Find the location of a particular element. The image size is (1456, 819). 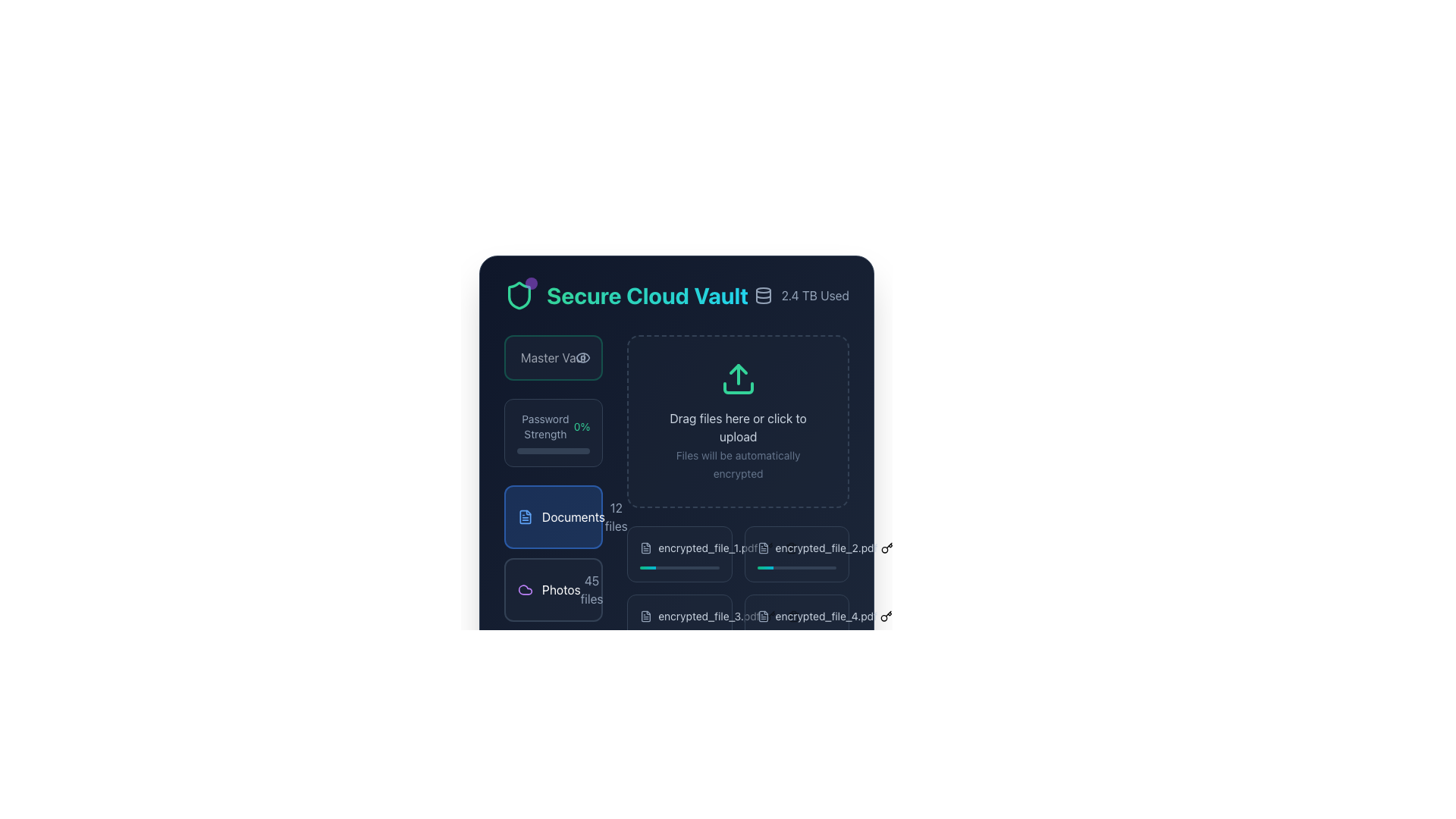

the first interactive icon (key design) located at the bottom right corner of the panel is located at coordinates (886, 617).